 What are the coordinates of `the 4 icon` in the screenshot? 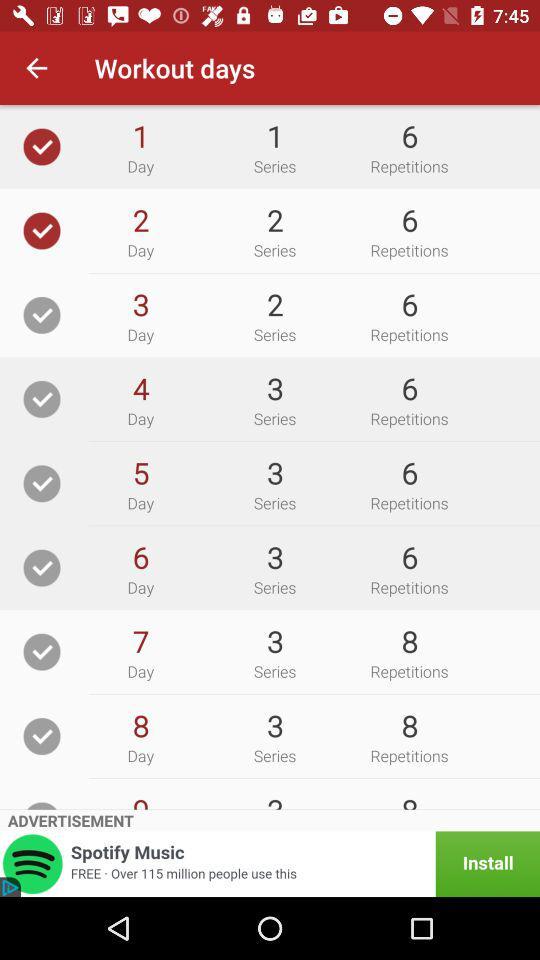 It's located at (139, 387).